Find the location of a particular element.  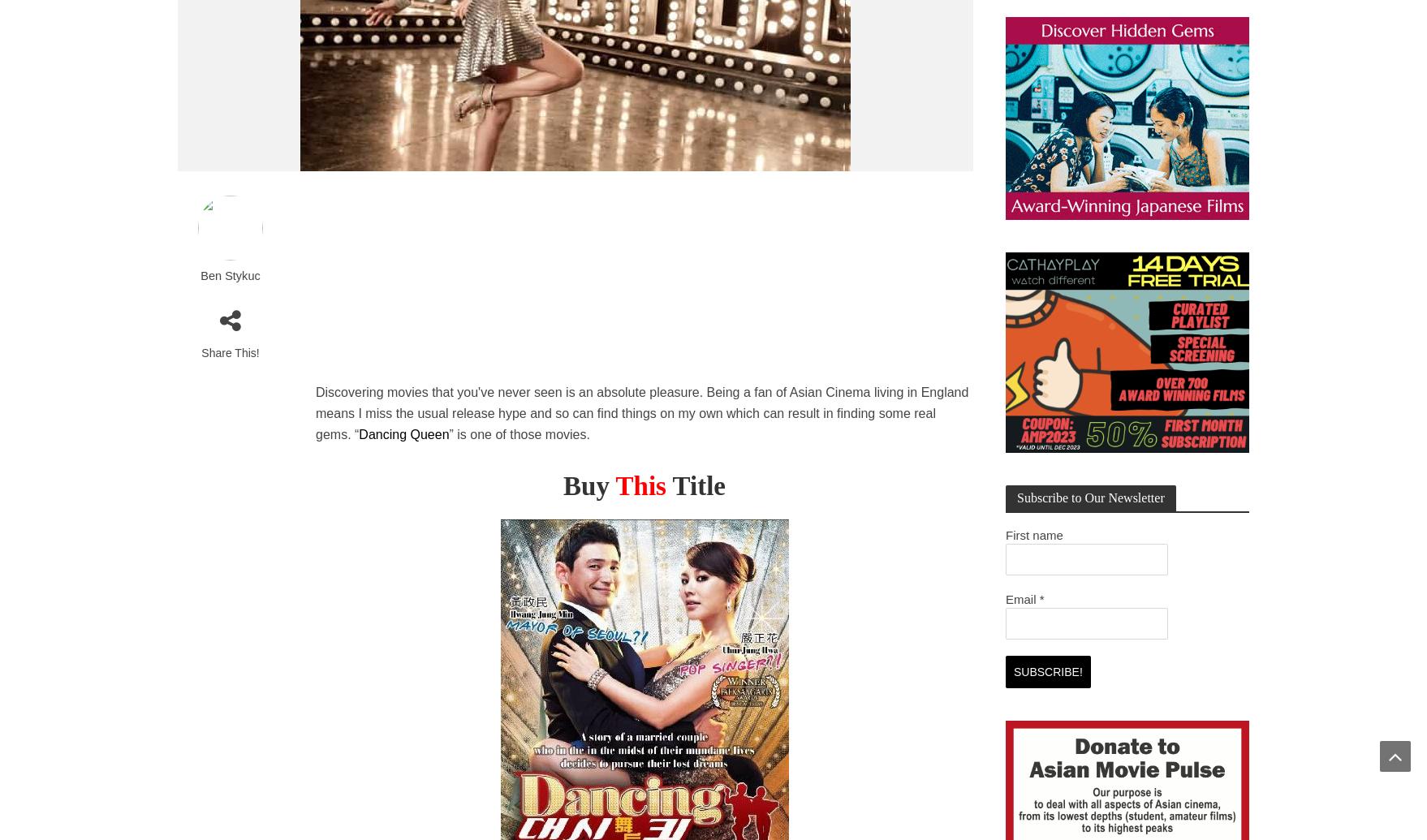

'Title' is located at coordinates (697, 485).